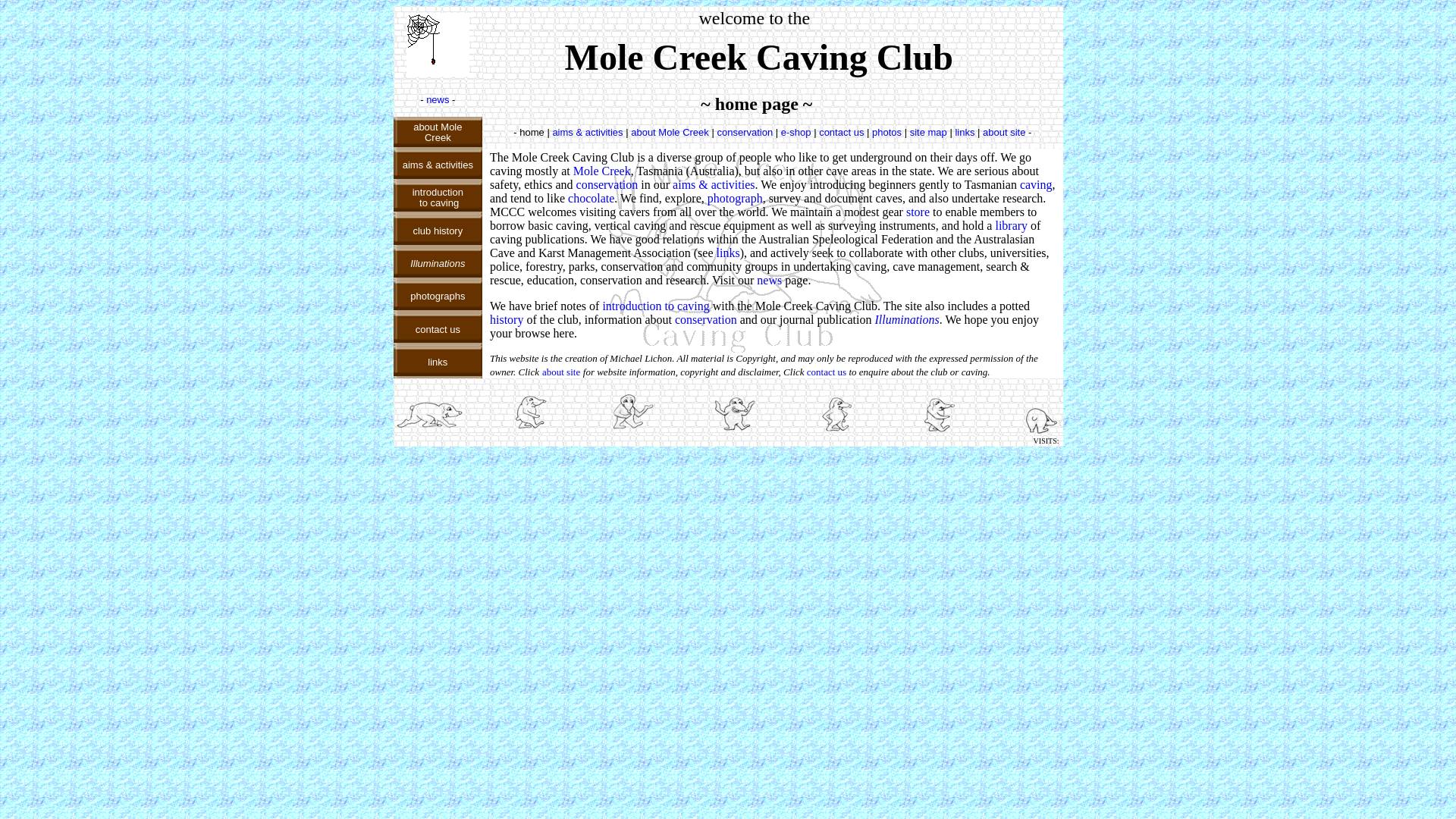 This screenshot has height=819, width=1456. Describe the element at coordinates (964, 130) in the screenshot. I see `'links'` at that location.